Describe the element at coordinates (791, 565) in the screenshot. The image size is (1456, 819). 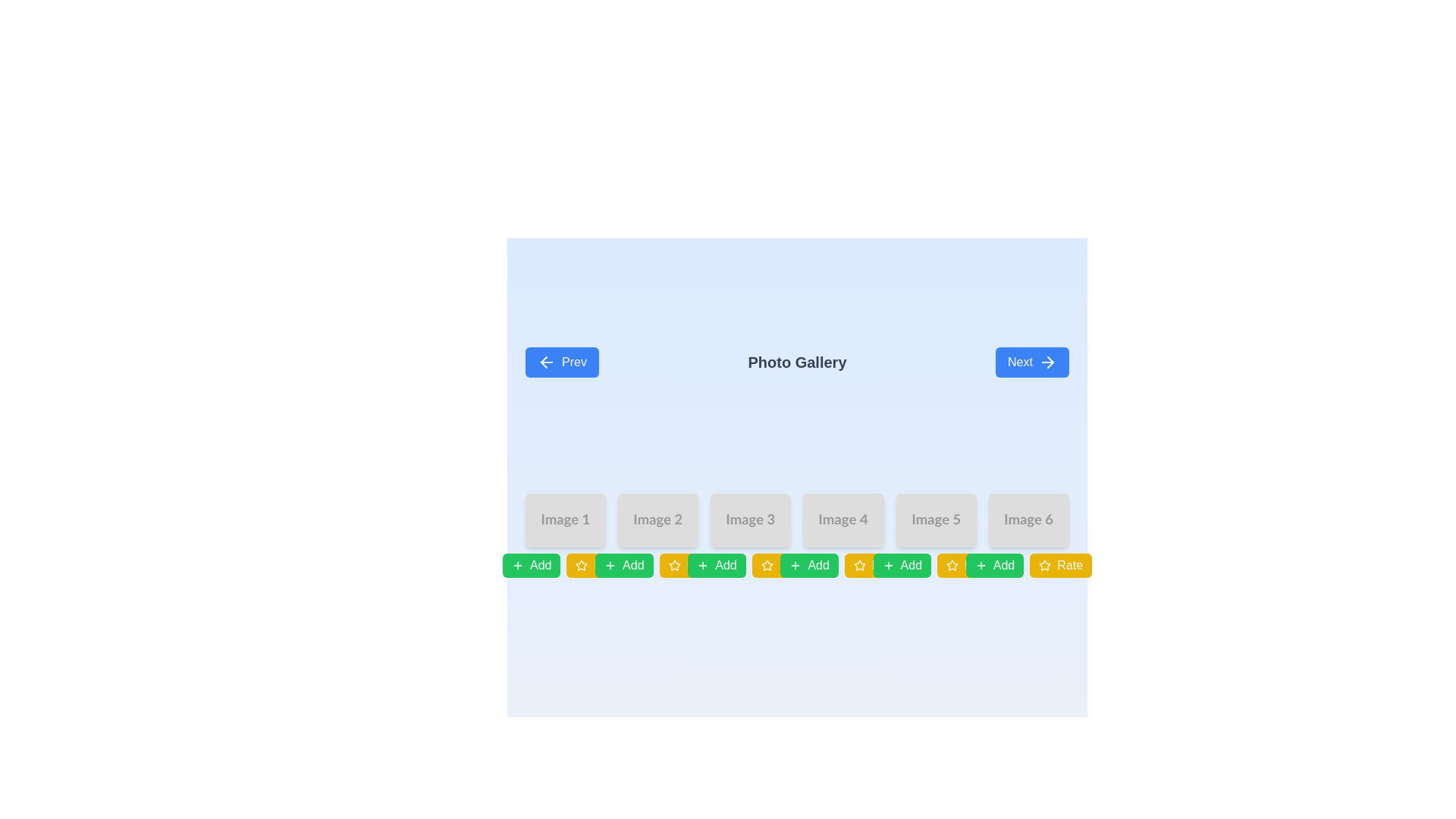
I see `the text label within the yellow button at the far right of the button series, which indicates the functionality related to rating items or content` at that location.